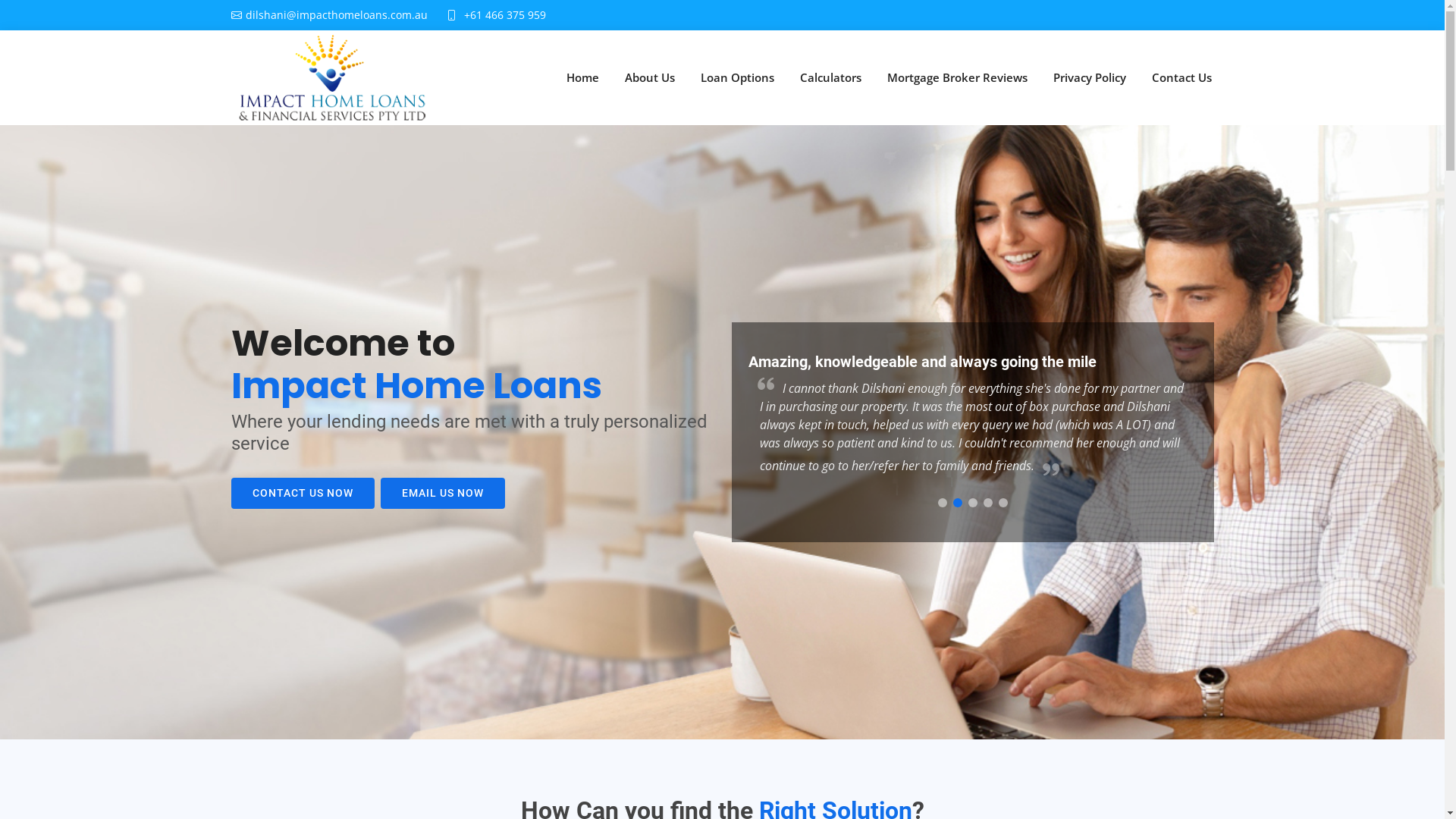 Image resolution: width=1456 pixels, height=819 pixels. Describe the element at coordinates (955, 77) in the screenshot. I see `'Mortgage Broker Reviews'` at that location.